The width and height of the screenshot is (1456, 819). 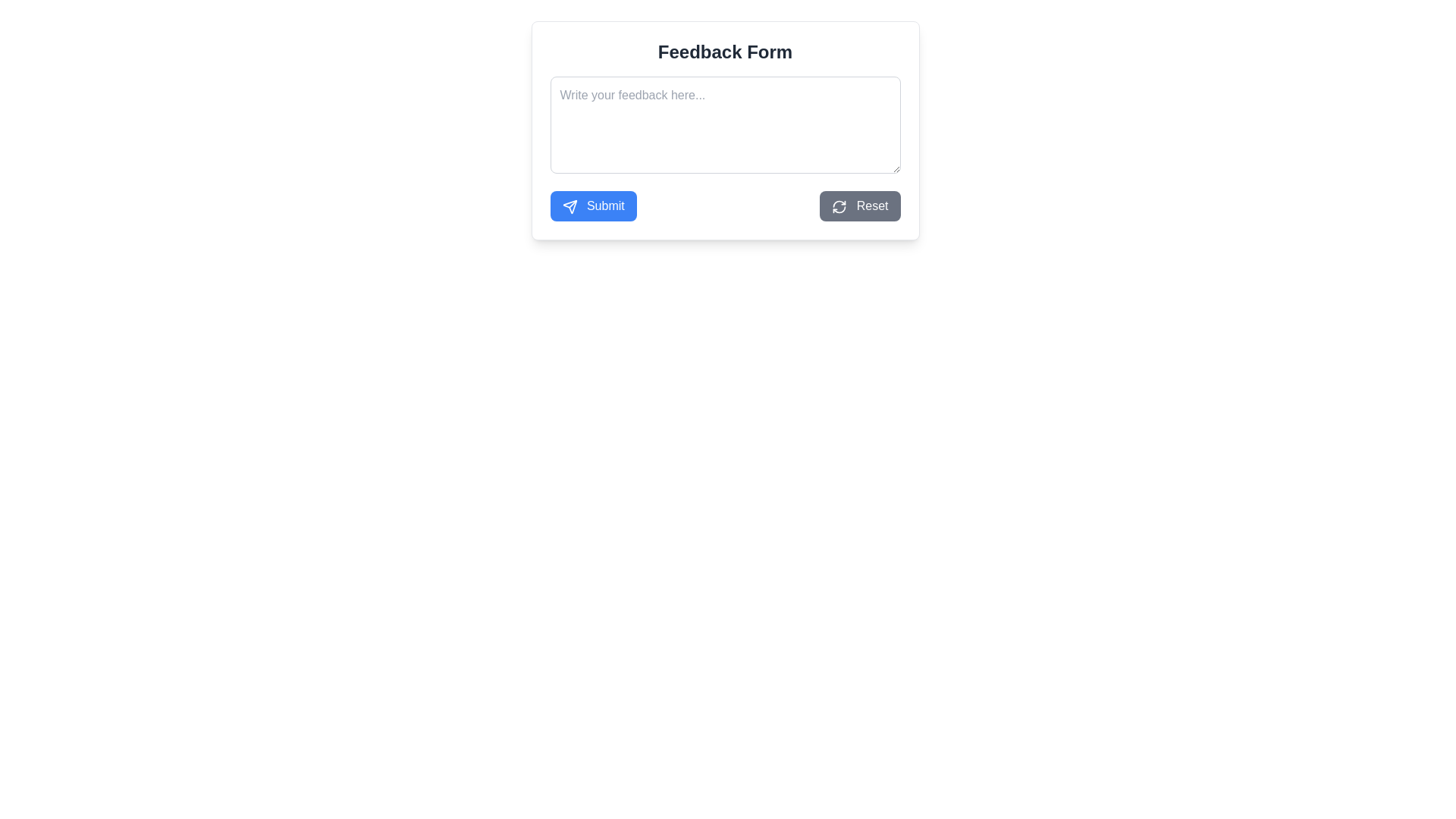 I want to click on the 'Reset' button with a gray background and white text and icon to observe its hover effects, so click(x=860, y=206).